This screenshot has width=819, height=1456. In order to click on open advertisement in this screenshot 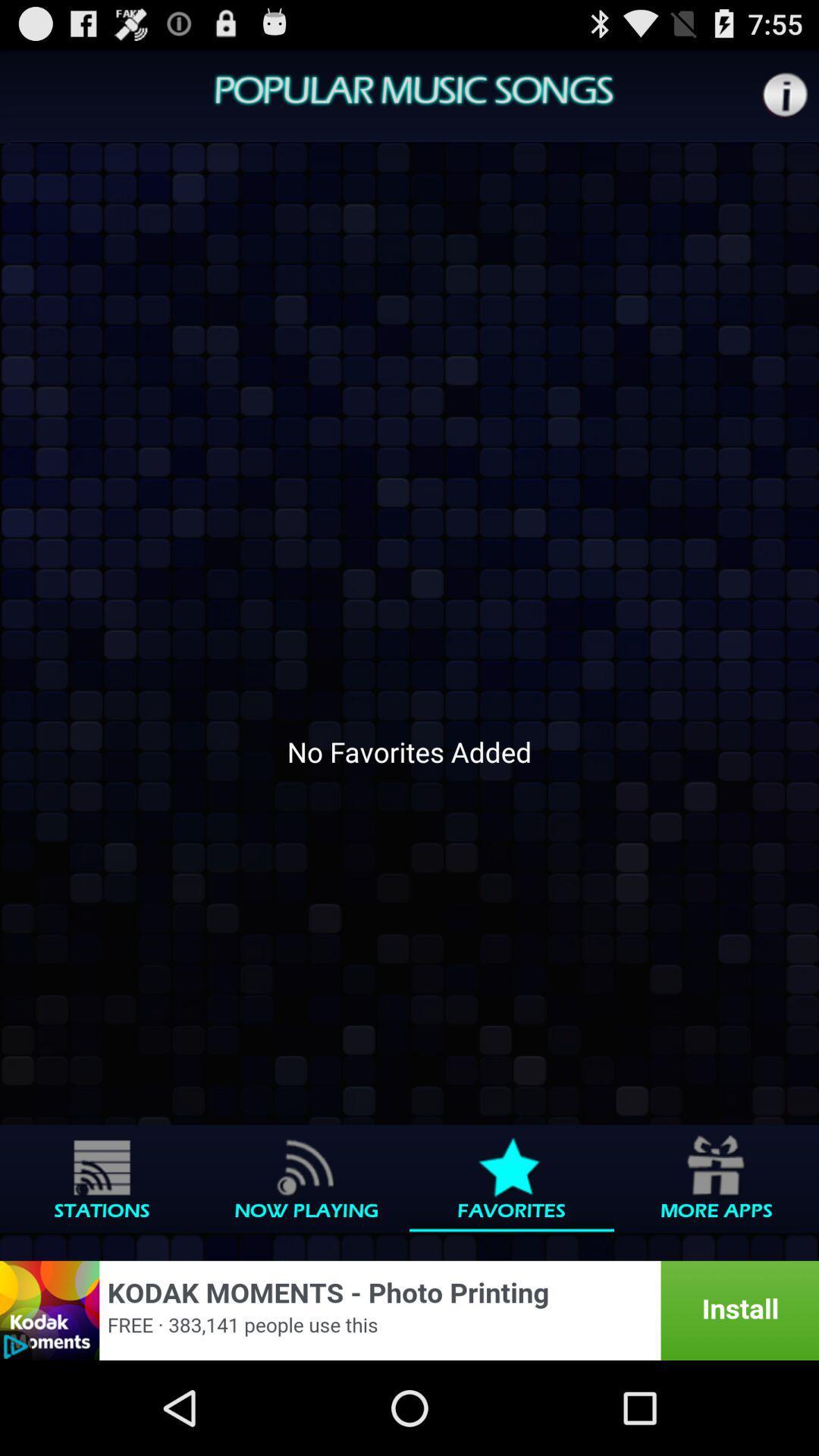, I will do `click(409, 1310)`.